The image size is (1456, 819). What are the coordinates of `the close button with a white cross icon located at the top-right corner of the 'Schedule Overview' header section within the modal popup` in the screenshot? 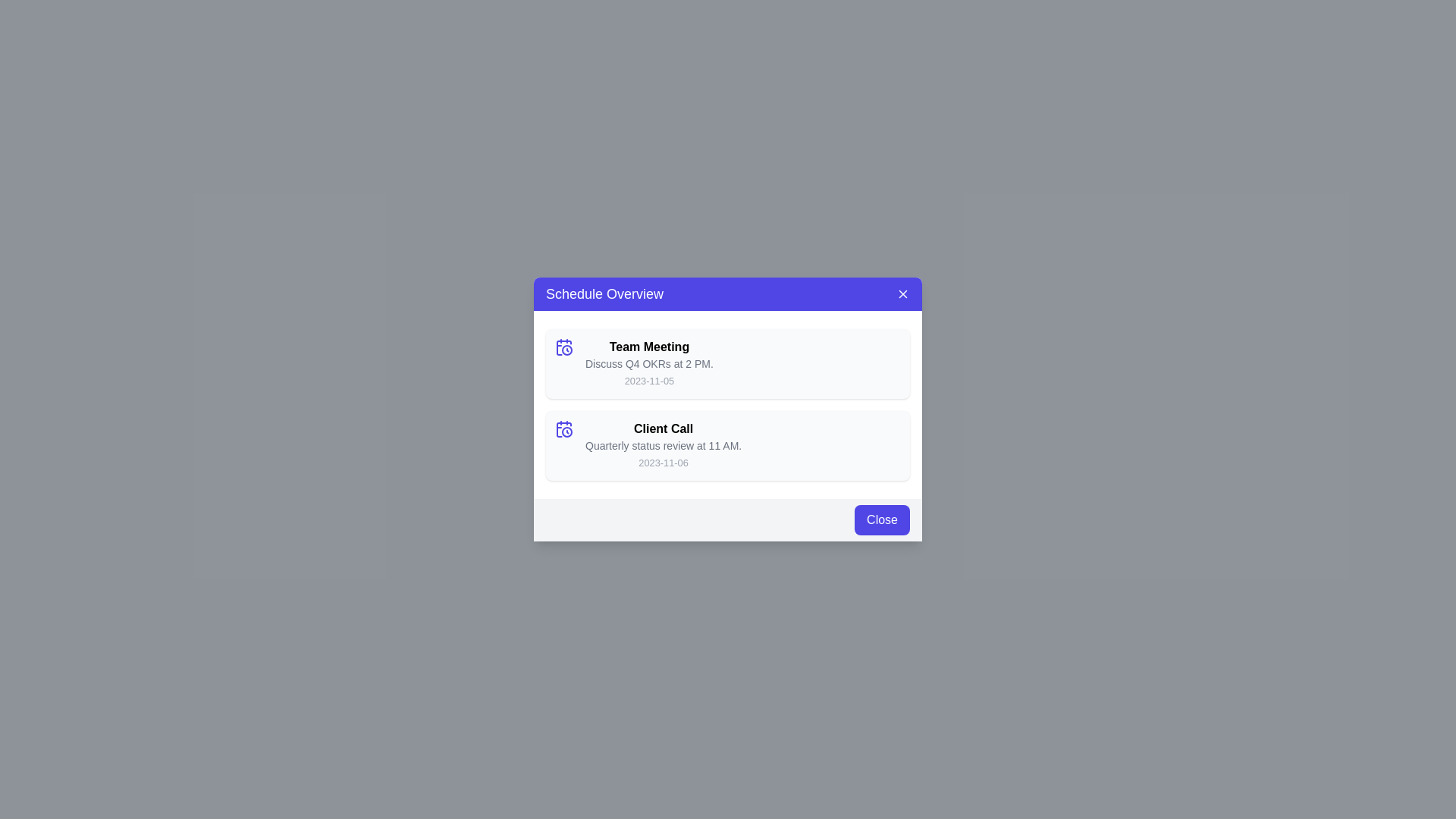 It's located at (902, 294).